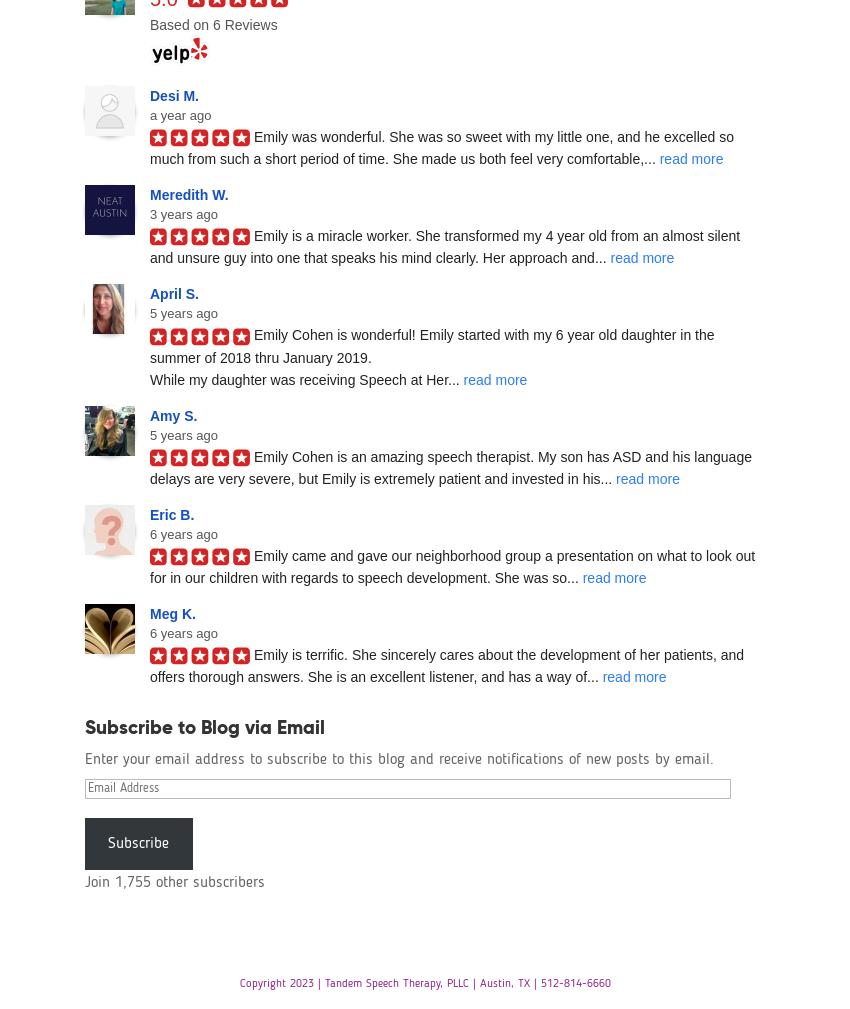 This screenshot has height=1009, width=850. I want to click on 'Eric B.', so click(171, 513).